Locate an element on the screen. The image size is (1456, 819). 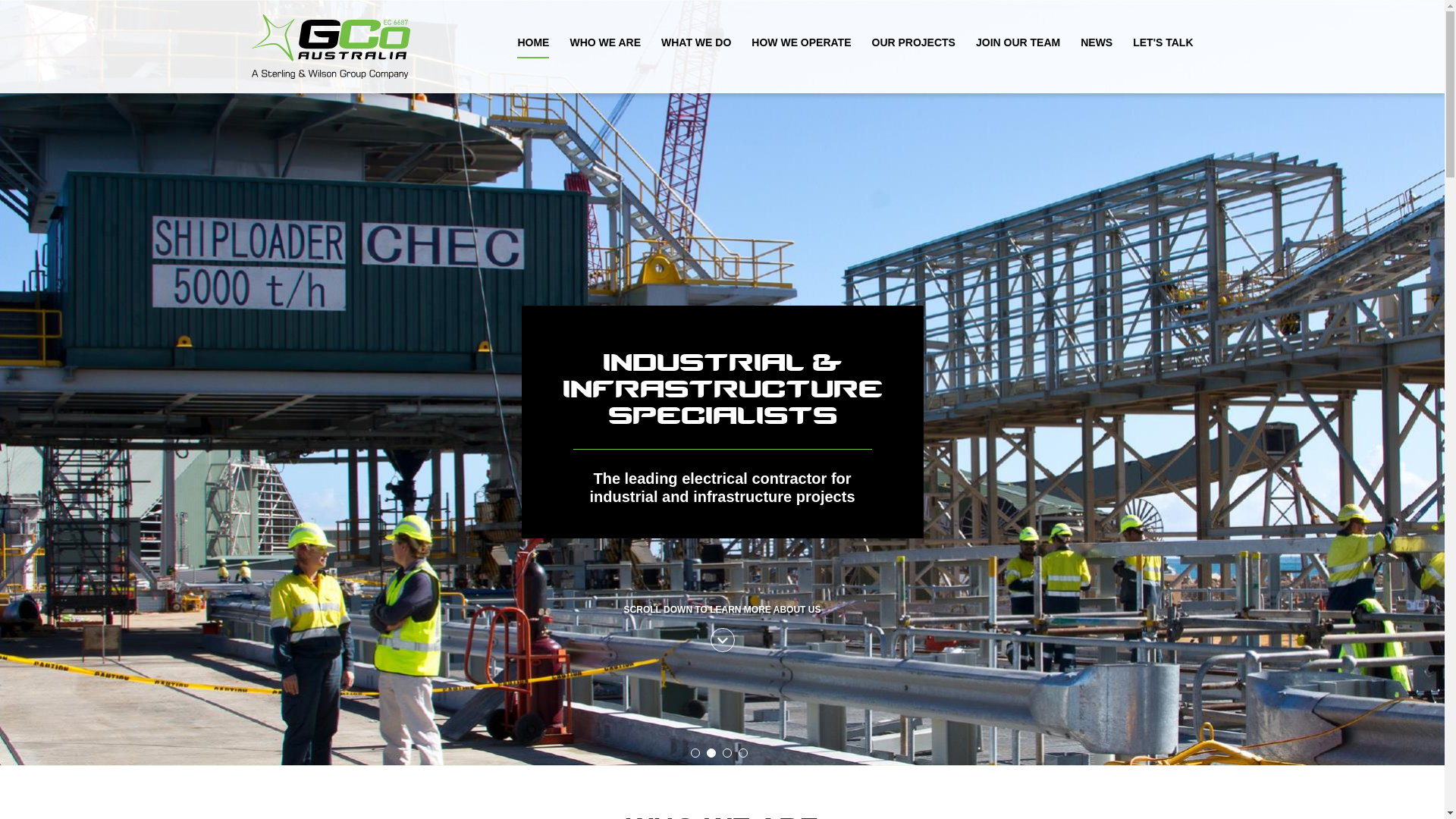
'OUR PROJECTS' is located at coordinates (912, 42).